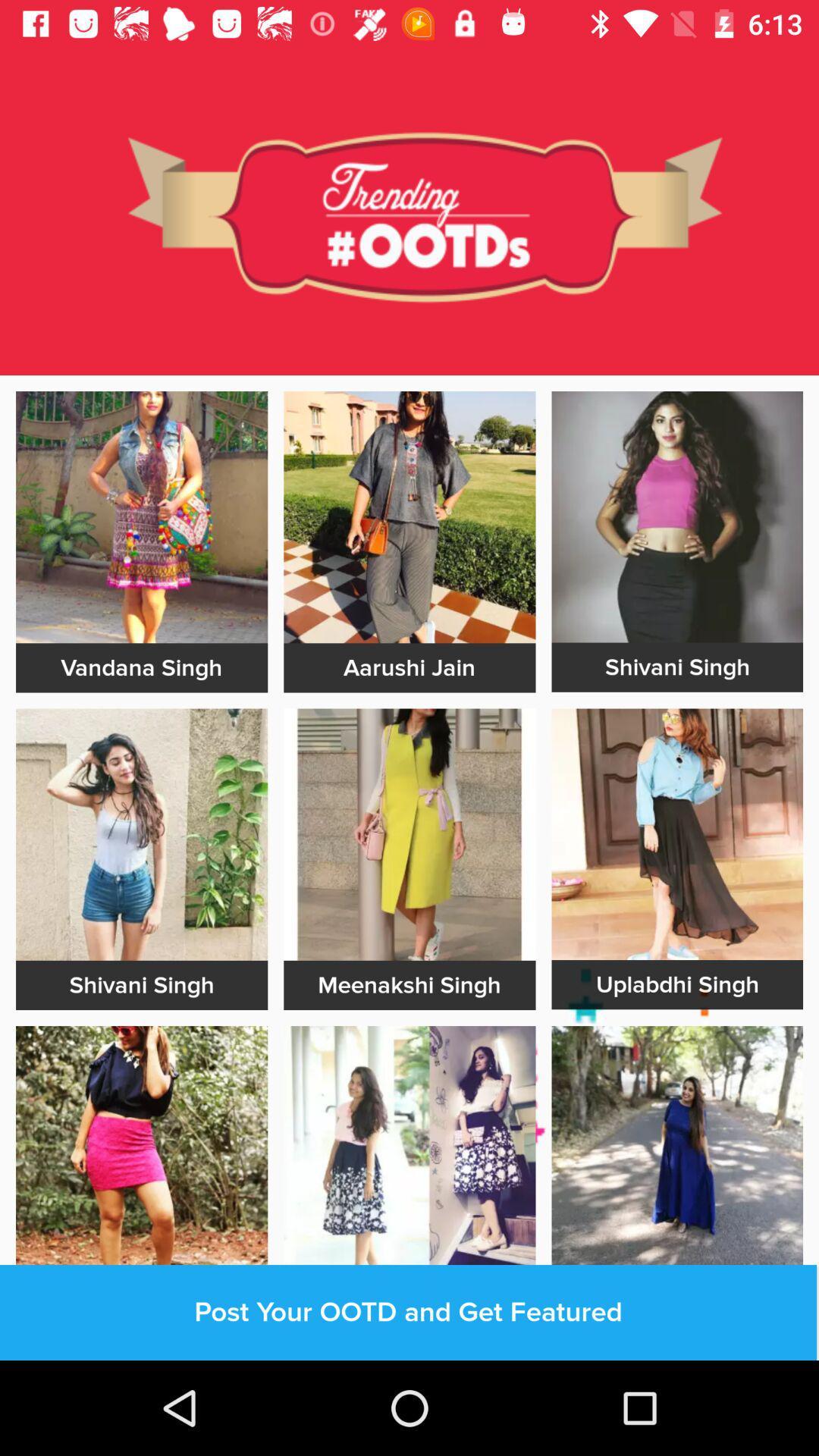  Describe the element at coordinates (142, 833) in the screenshot. I see `imaage` at that location.